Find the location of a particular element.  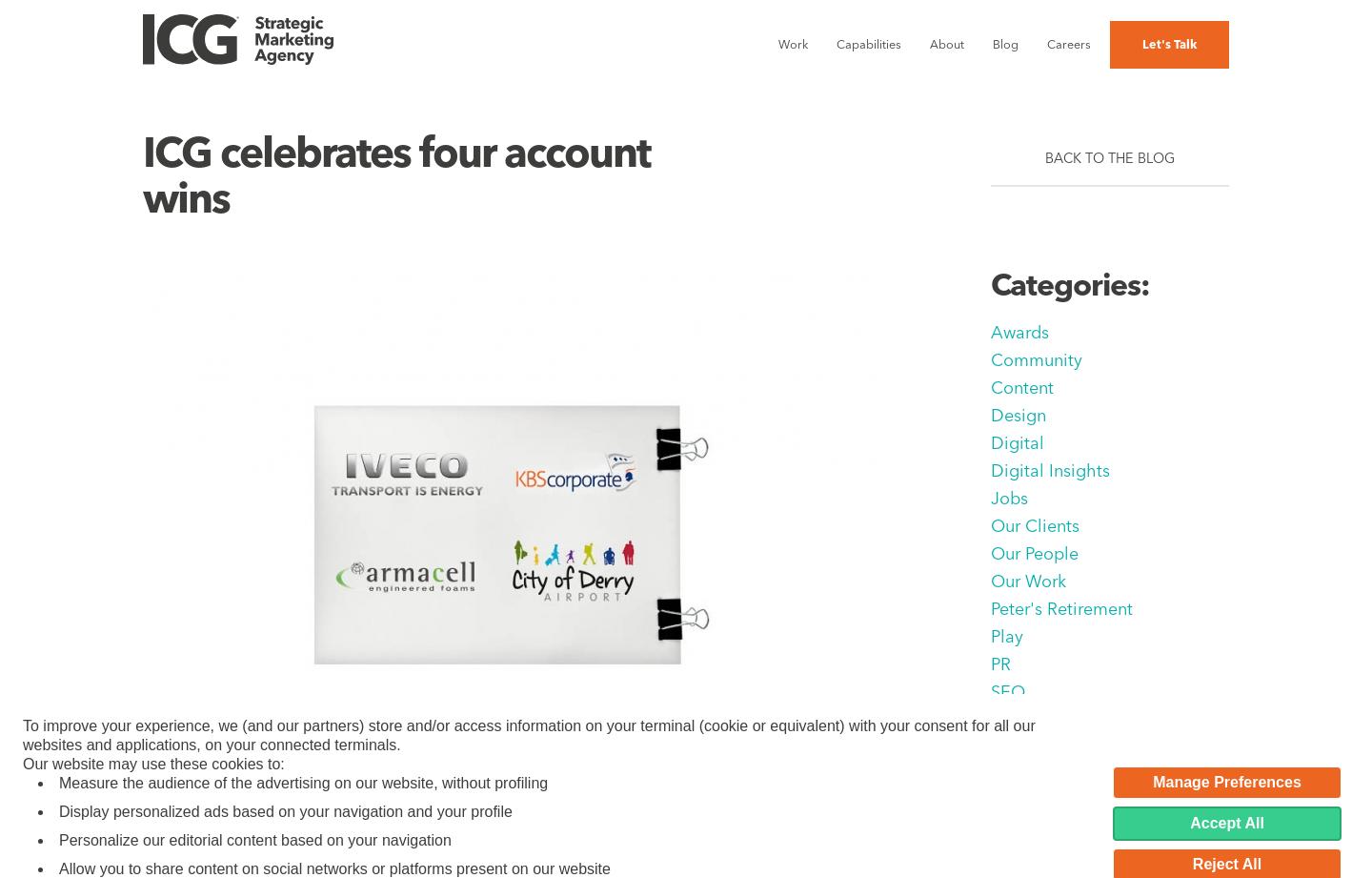

'About' is located at coordinates (929, 44).